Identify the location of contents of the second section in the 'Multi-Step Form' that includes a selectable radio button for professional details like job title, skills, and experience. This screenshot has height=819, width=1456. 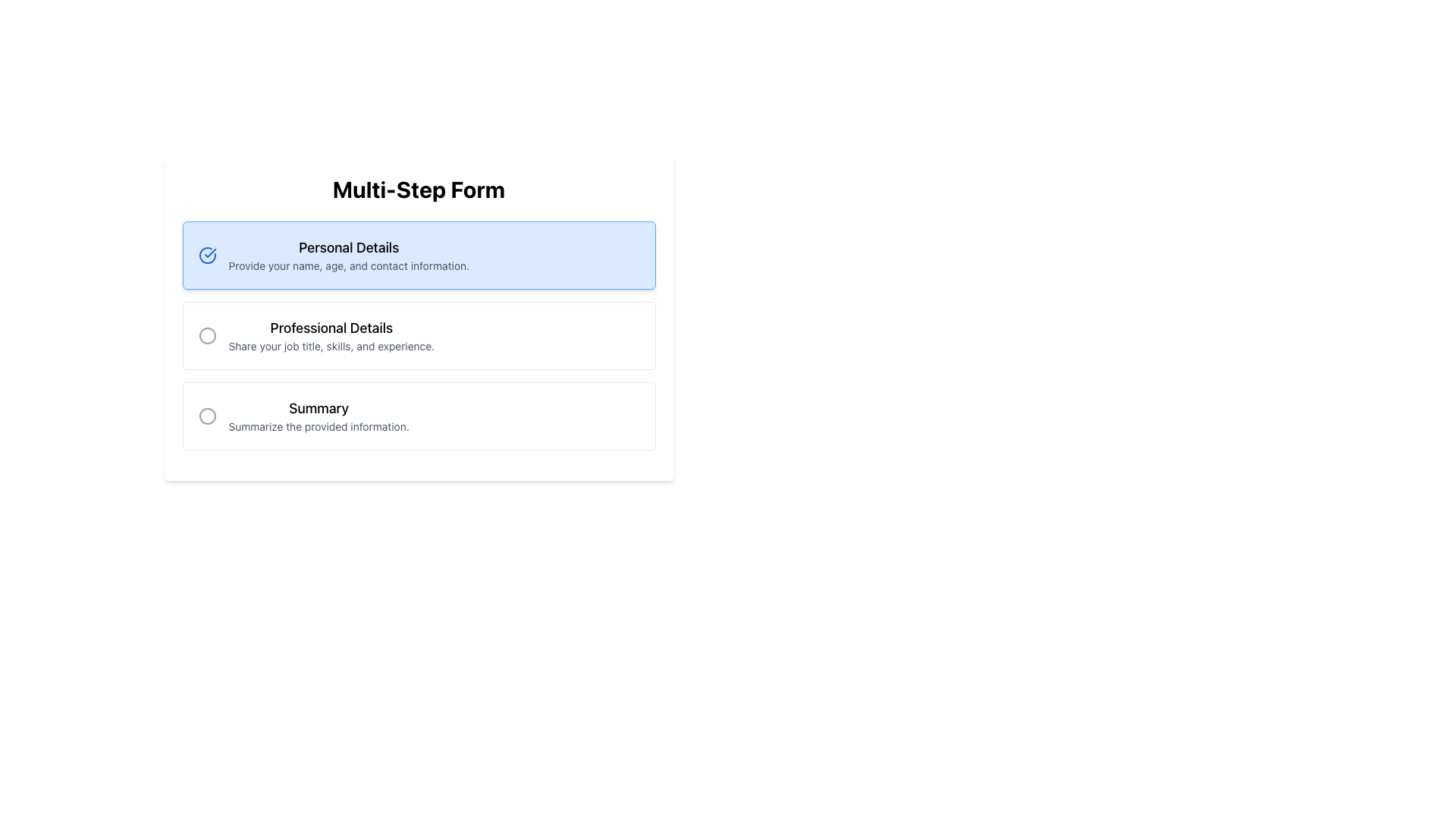
(419, 335).